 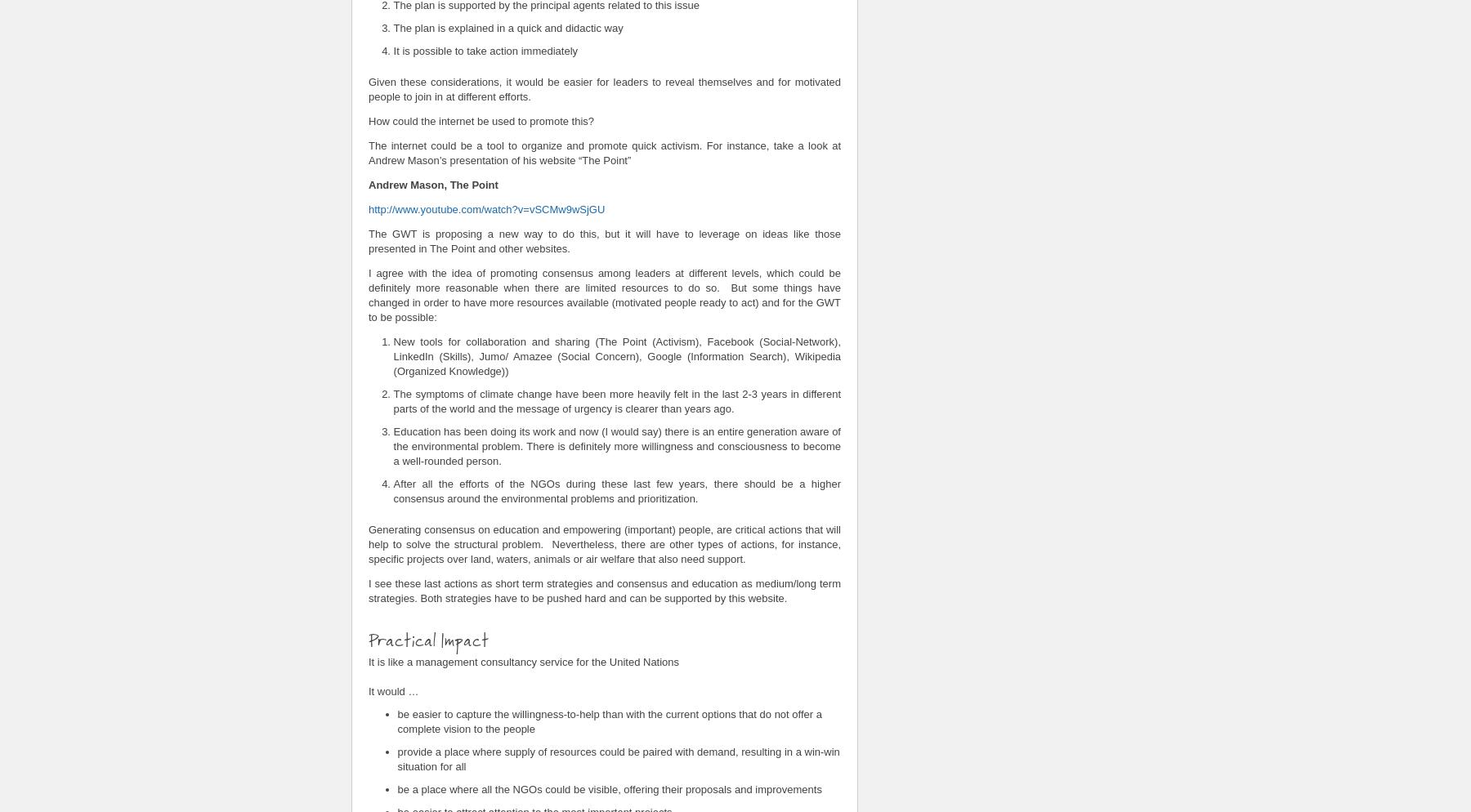 What do you see at coordinates (615, 490) in the screenshot?
I see `'After all the efforts of the NGOs during these last few years, there should be a higher consensus around the environmental problems and prioritization.'` at bounding box center [615, 490].